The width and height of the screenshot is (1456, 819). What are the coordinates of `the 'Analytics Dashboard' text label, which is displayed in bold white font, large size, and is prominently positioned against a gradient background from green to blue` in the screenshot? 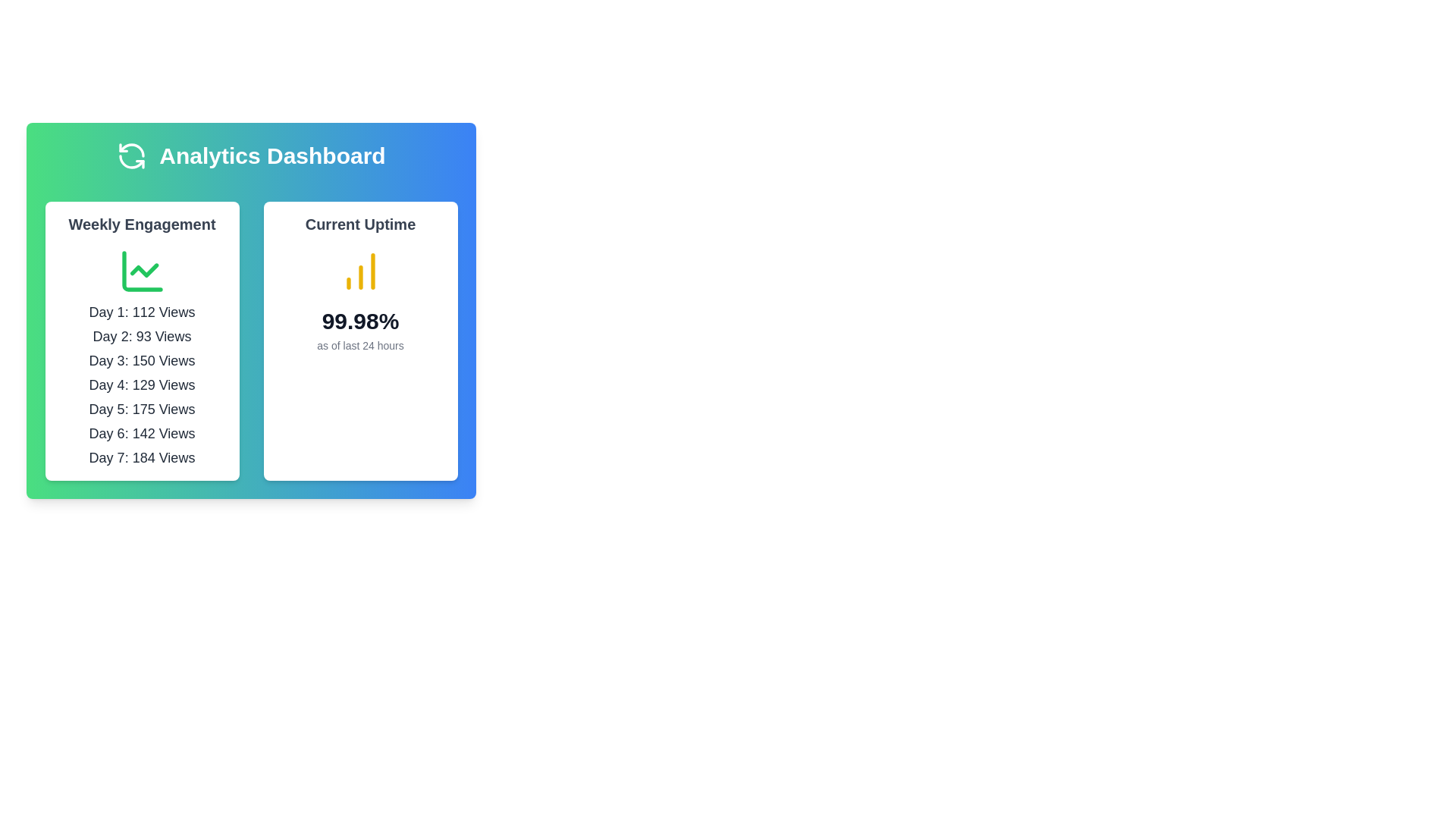 It's located at (272, 155).